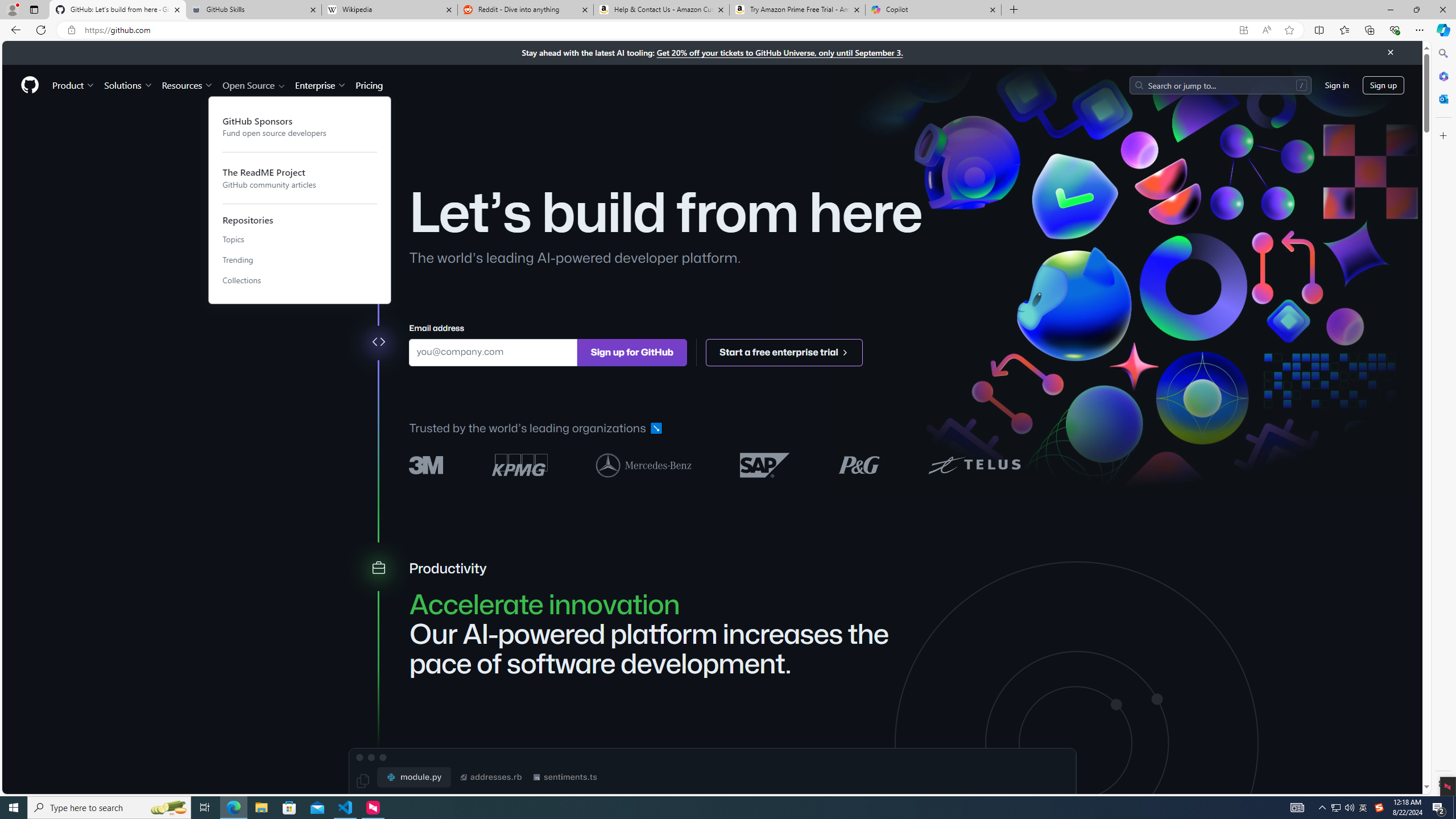 The width and height of the screenshot is (1456, 819). What do you see at coordinates (765, 464) in the screenshot?
I see `'SAP logo'` at bounding box center [765, 464].